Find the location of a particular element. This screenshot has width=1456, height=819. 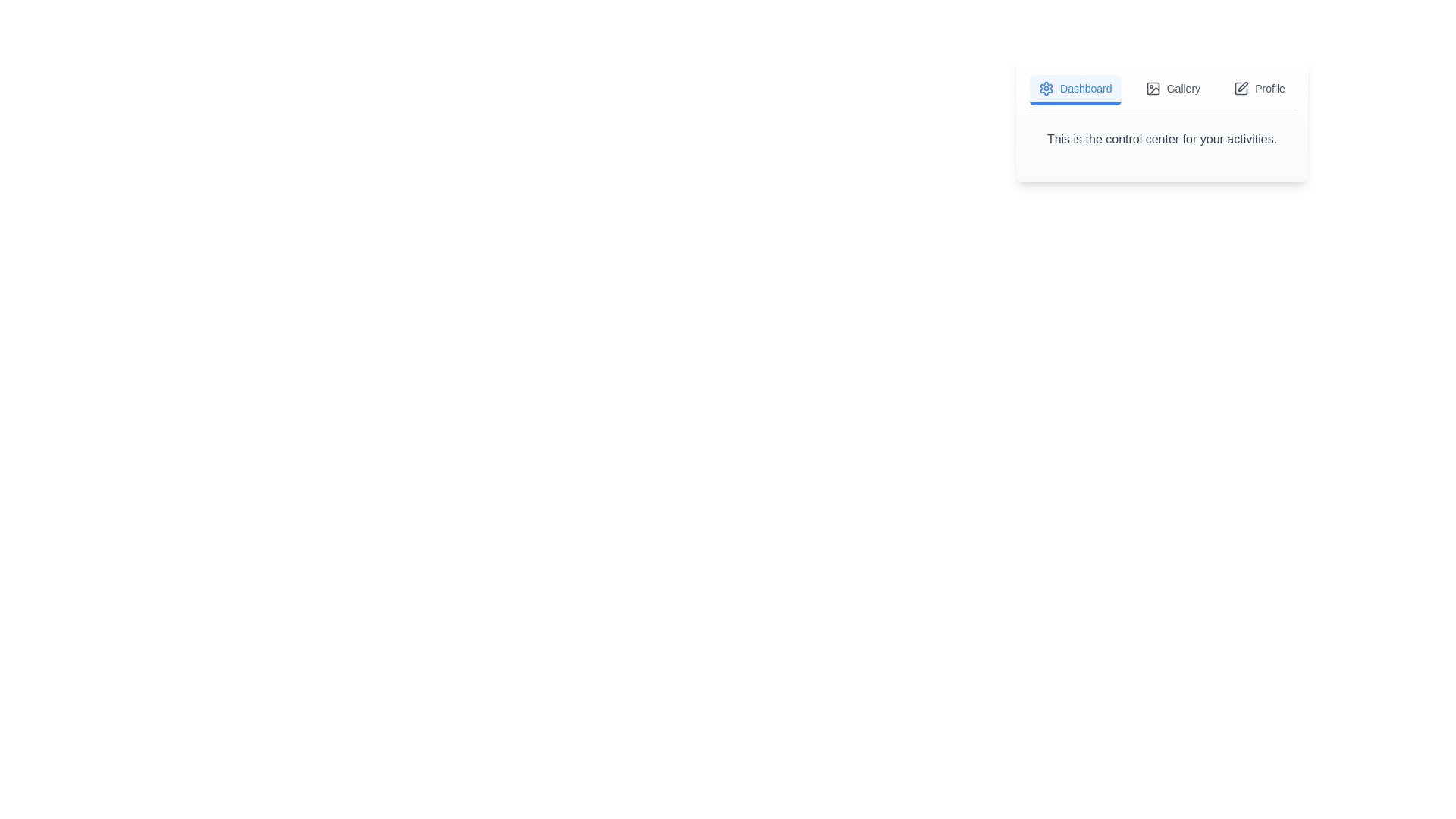

the icon of the Profile tab is located at coordinates (1241, 88).